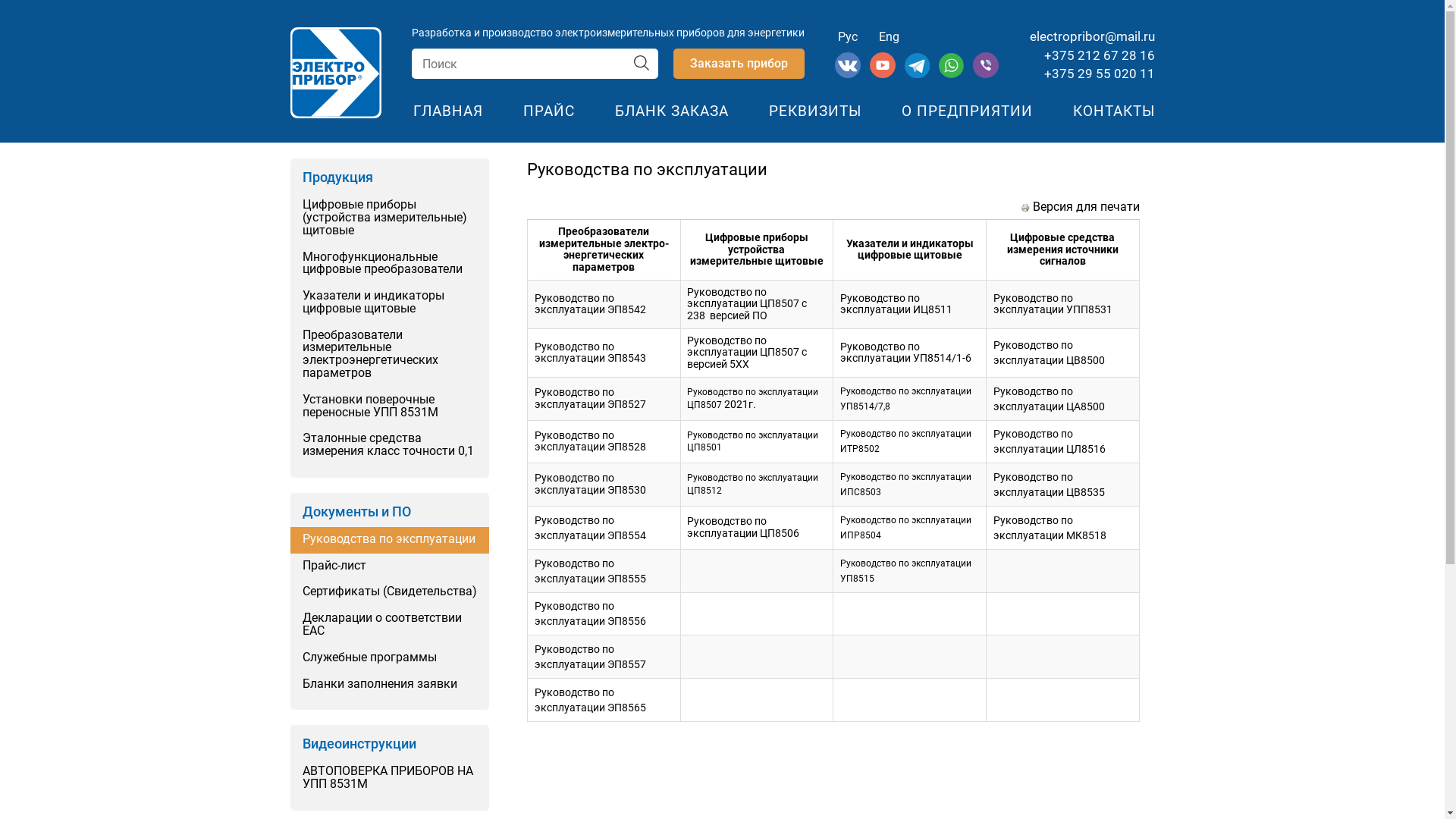  I want to click on 'Viber', so click(986, 74).